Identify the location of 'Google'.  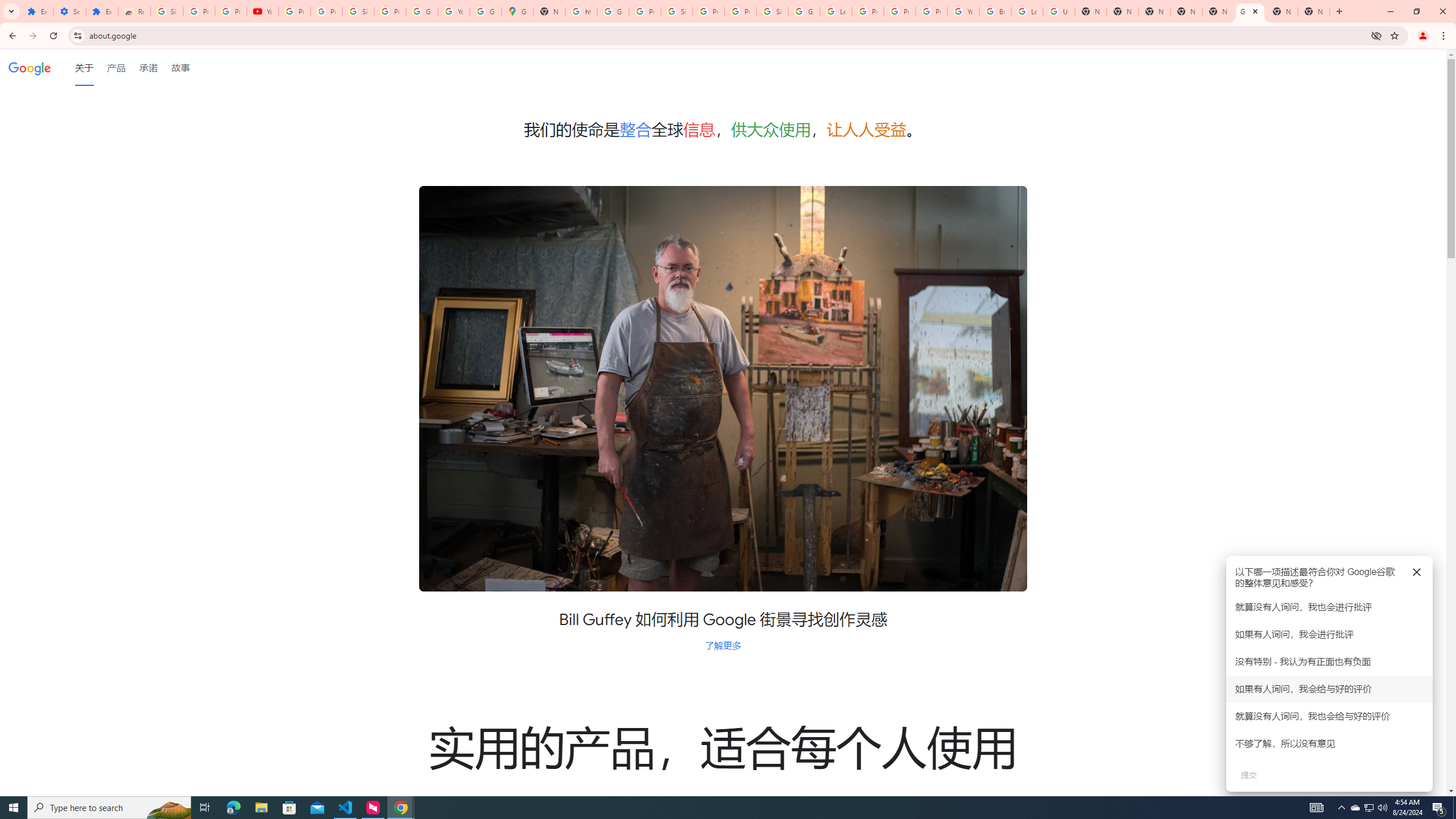
(30, 67).